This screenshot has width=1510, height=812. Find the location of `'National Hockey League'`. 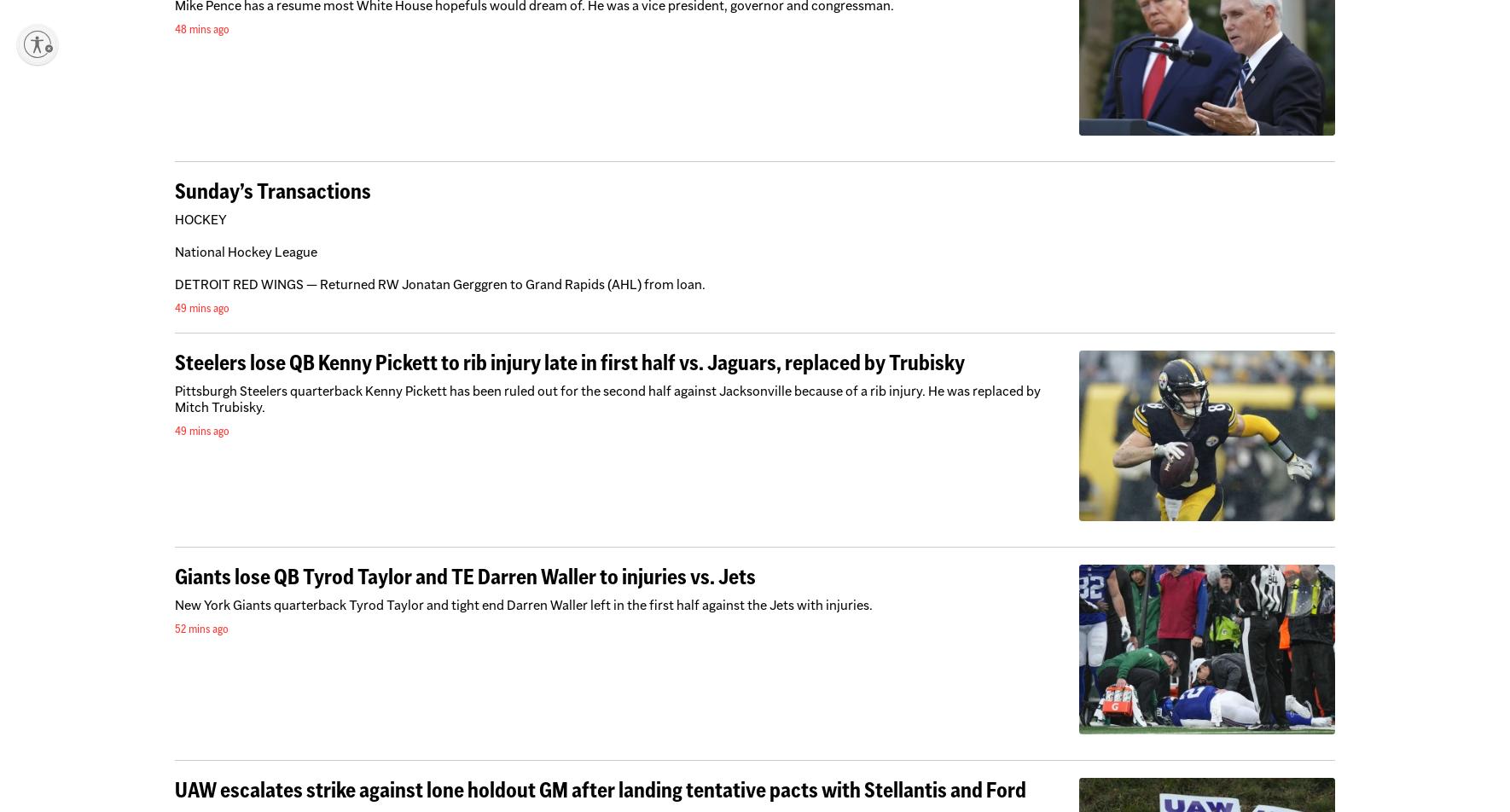

'National Hockey League' is located at coordinates (246, 251).